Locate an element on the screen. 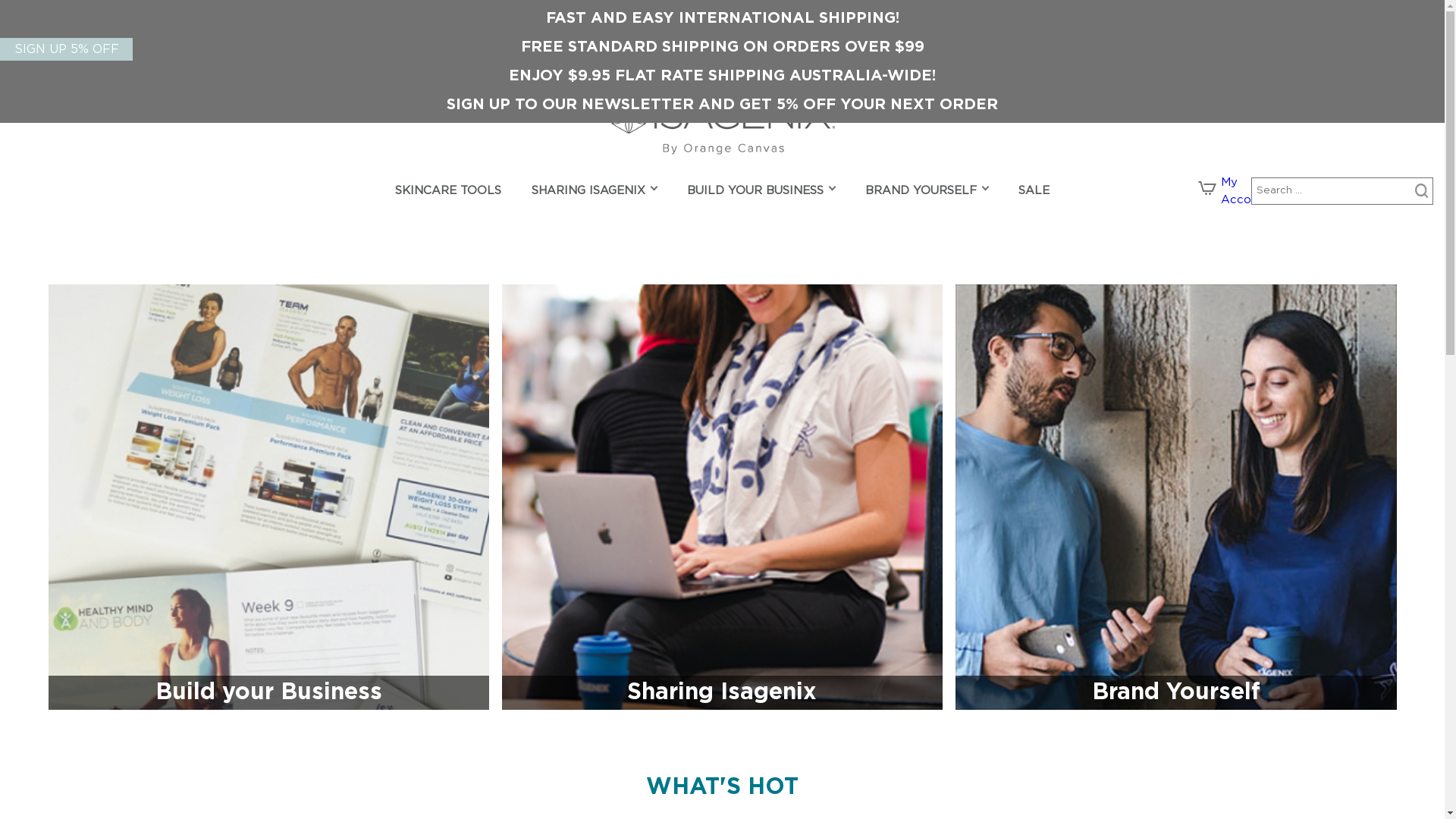 The image size is (1456, 819). 'SKINCARE TOOLS' is located at coordinates (447, 192).